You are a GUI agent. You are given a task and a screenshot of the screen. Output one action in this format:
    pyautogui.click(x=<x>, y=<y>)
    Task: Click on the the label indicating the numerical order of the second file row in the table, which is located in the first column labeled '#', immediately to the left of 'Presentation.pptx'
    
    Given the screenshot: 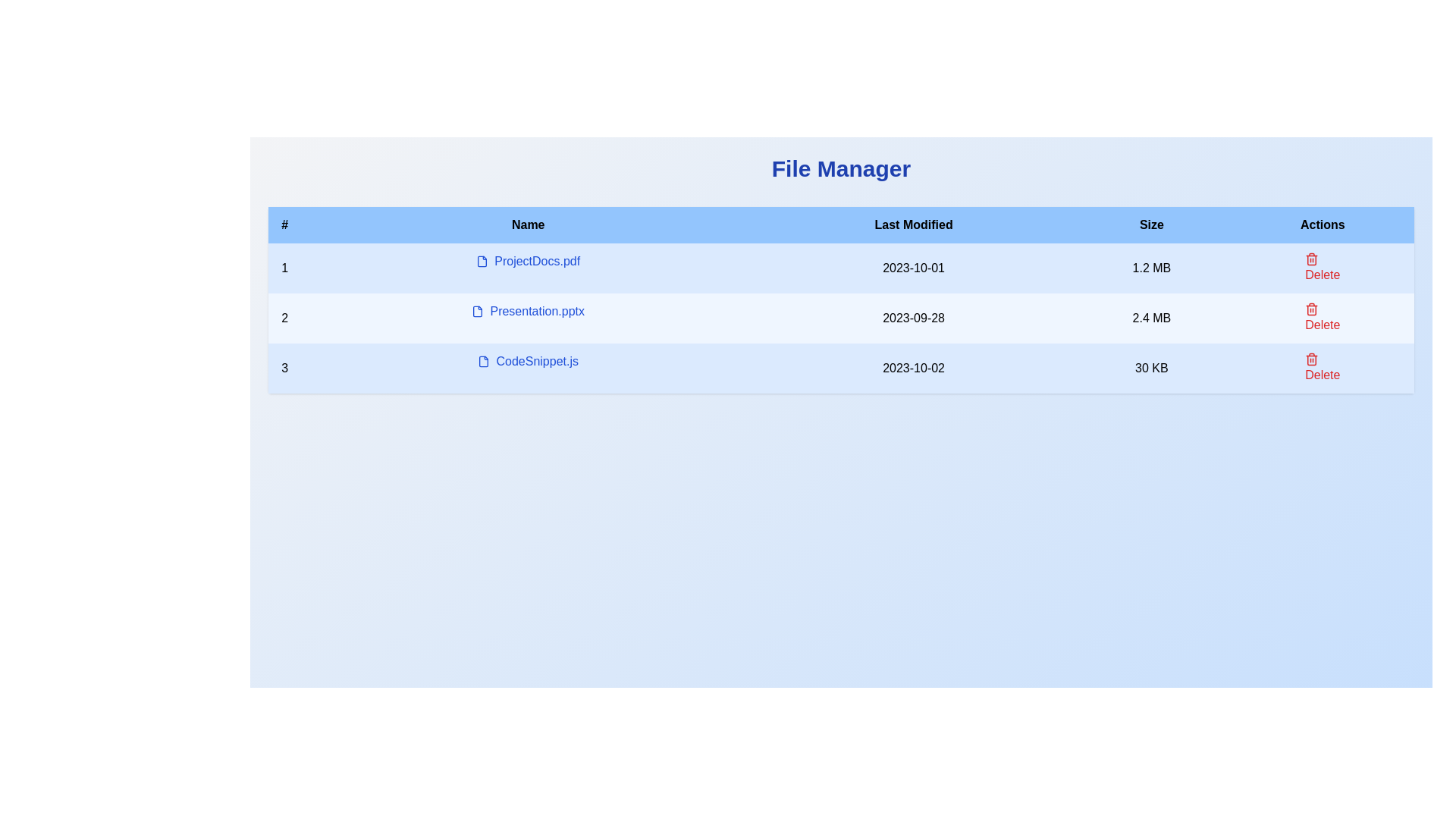 What is the action you would take?
    pyautogui.click(x=284, y=318)
    